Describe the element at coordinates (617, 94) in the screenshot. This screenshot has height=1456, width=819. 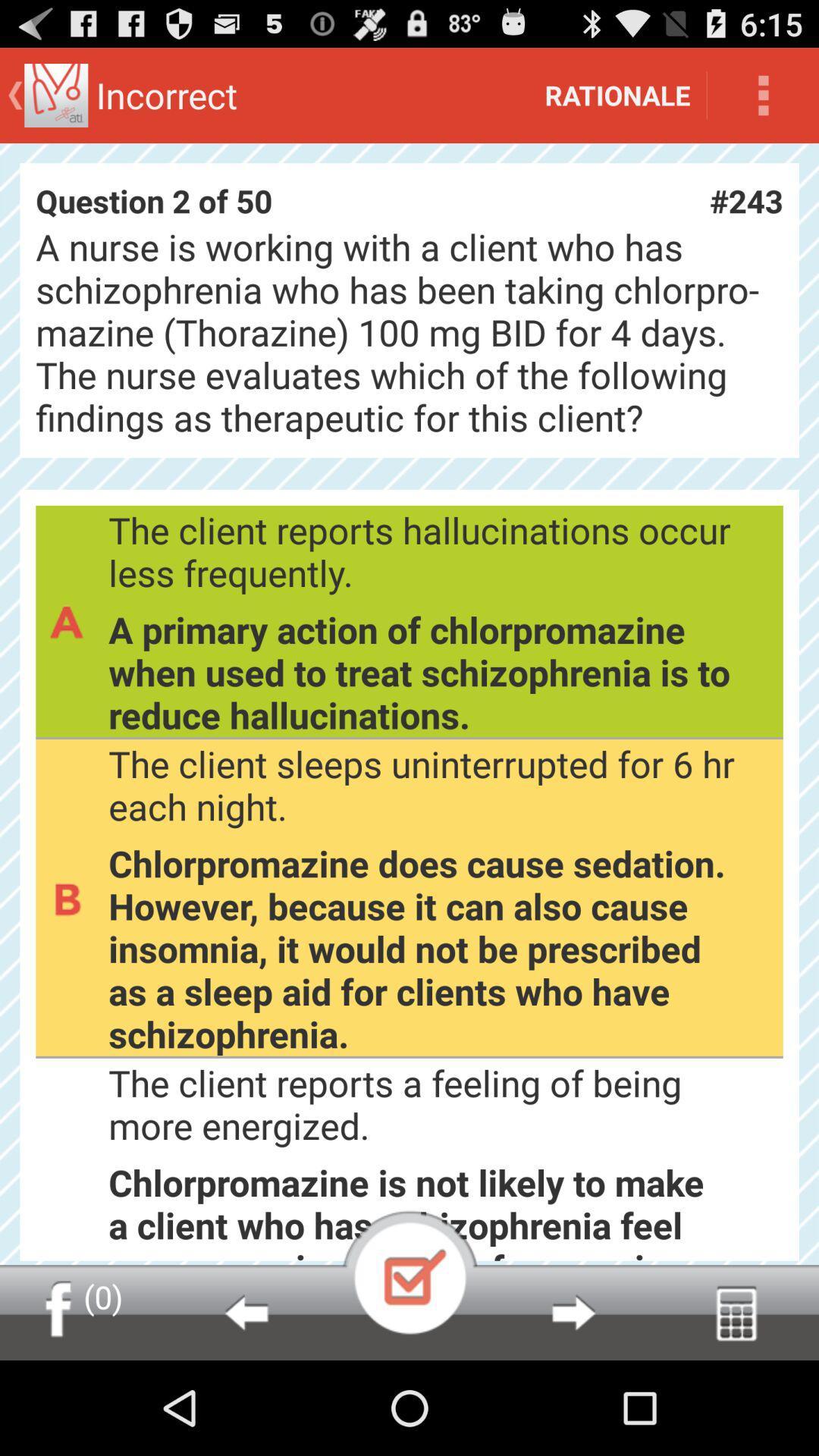
I see `rationale icon` at that location.